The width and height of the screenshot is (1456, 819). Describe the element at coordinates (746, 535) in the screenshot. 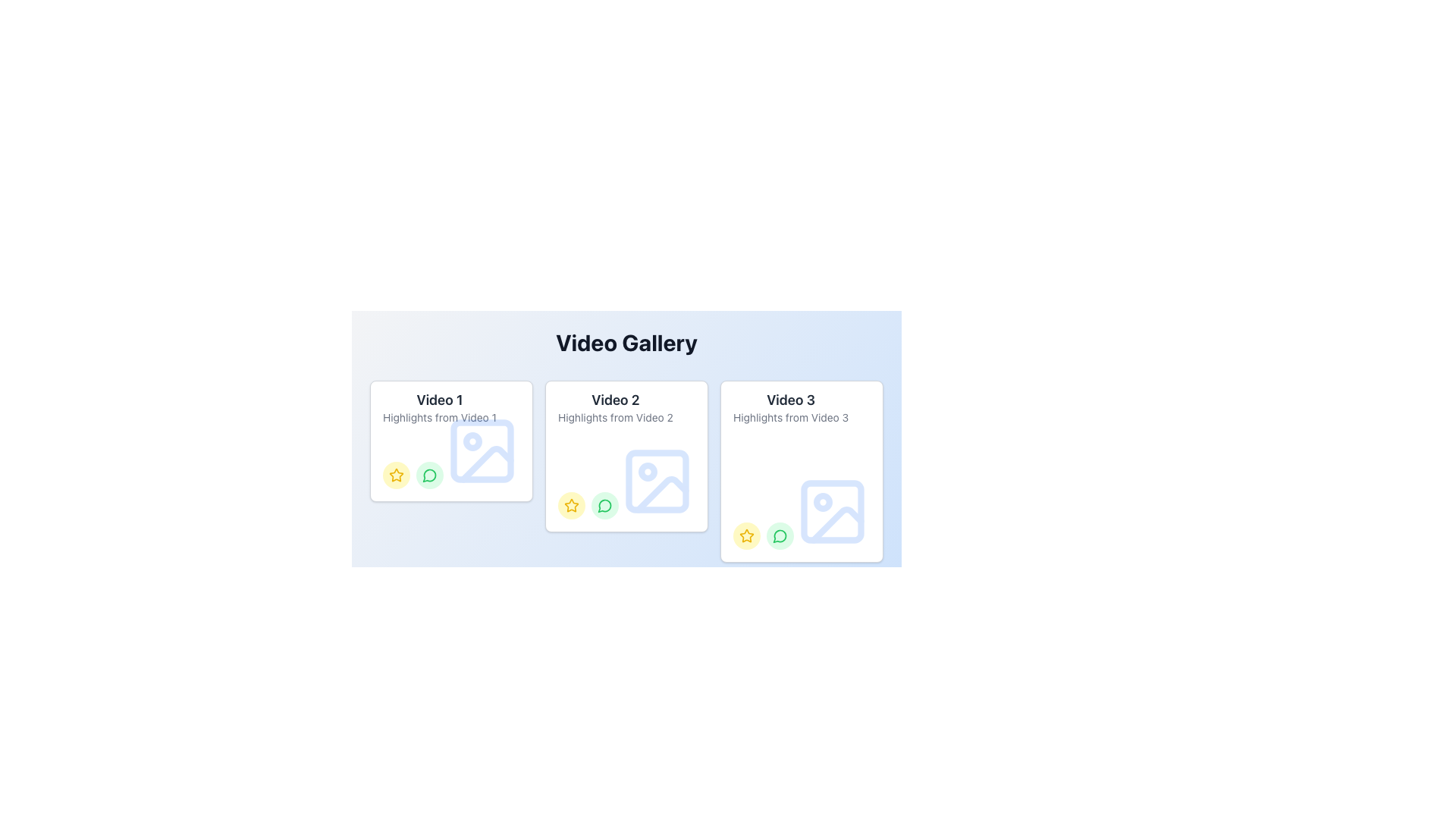

I see `the star rating icon located in the lower area of the third card` at that location.